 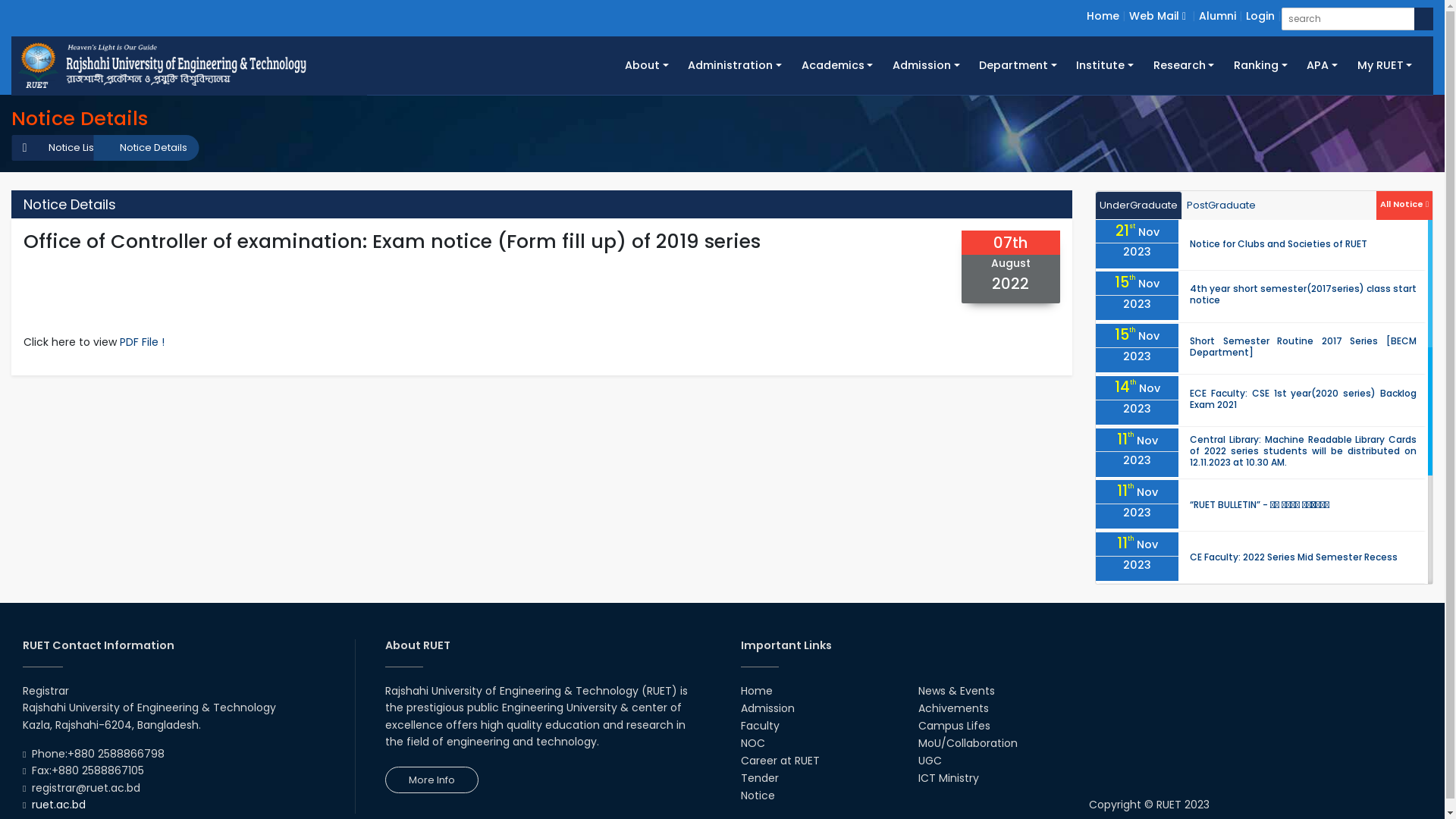 I want to click on 'PDF File !', so click(x=142, y=342).